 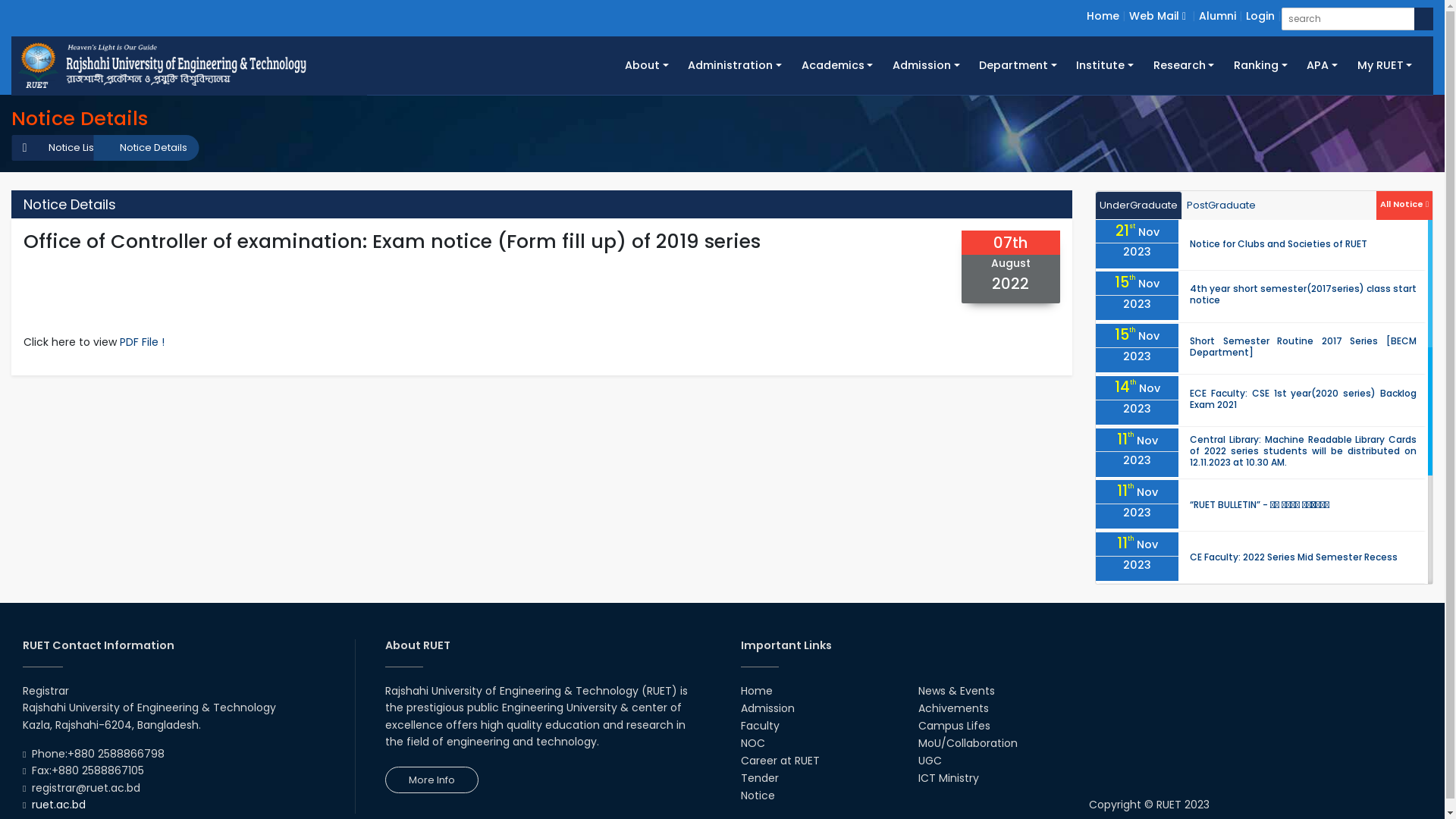 I want to click on 'PDF File !', so click(x=142, y=342).